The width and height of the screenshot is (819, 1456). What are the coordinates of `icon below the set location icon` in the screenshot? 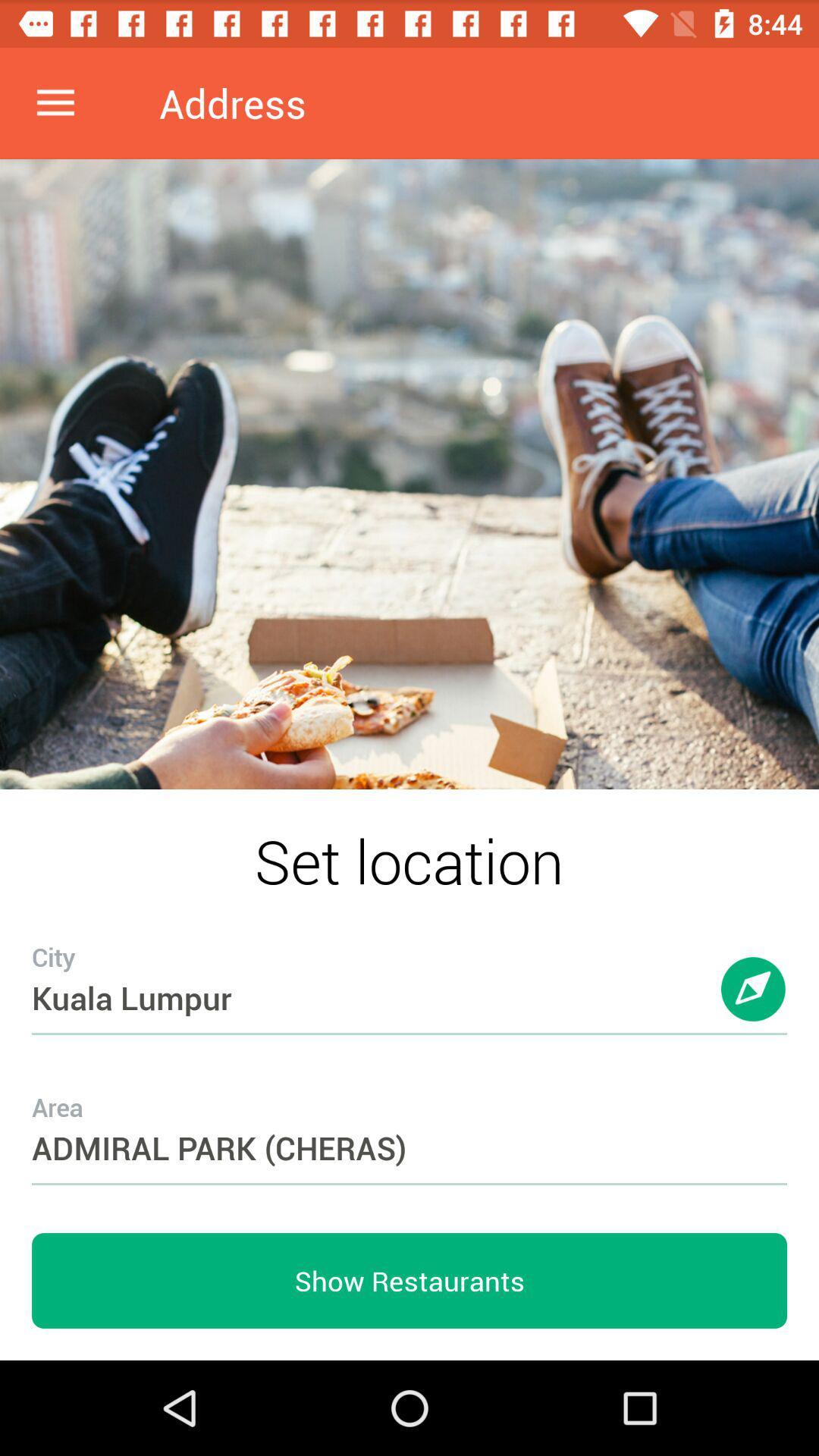 It's located at (409, 967).